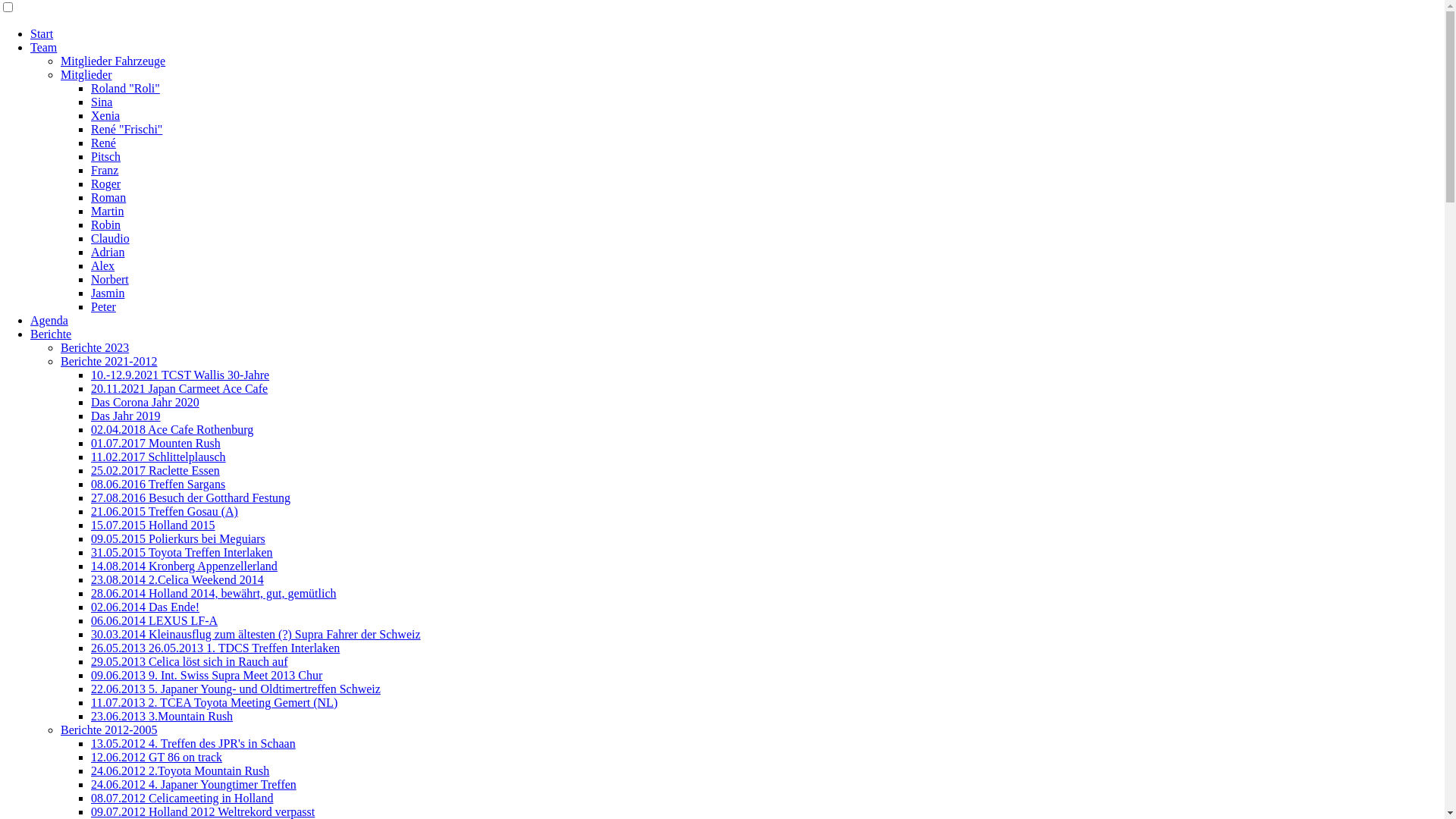 Image resolution: width=1456 pixels, height=819 pixels. Describe the element at coordinates (145, 606) in the screenshot. I see `'02.06.2014 Das Ende!'` at that location.